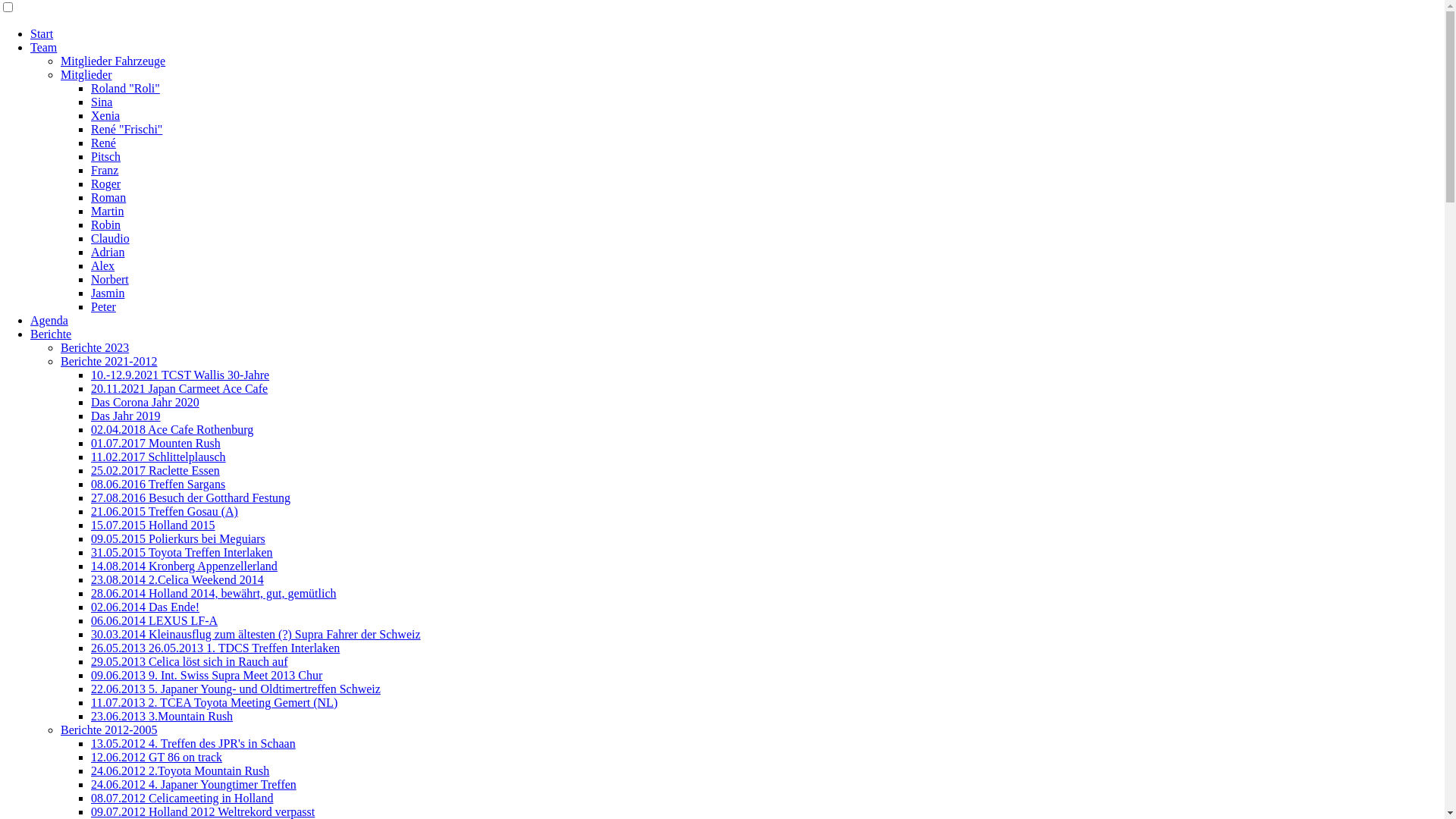 Image resolution: width=1456 pixels, height=819 pixels. Describe the element at coordinates (145, 606) in the screenshot. I see `'02.06.2014 Das Ende!'` at that location.